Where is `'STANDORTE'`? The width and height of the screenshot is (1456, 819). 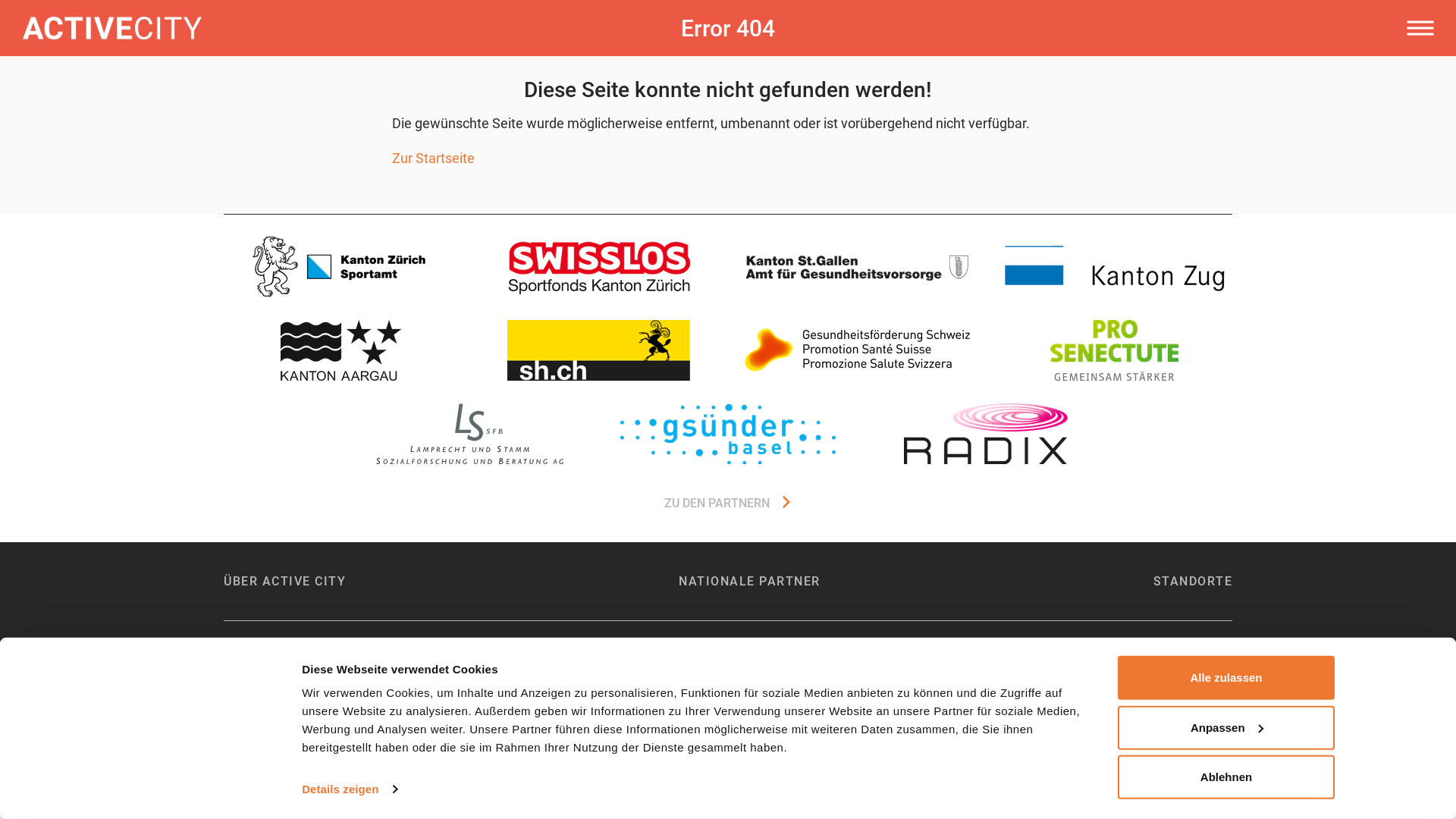 'STANDORTE' is located at coordinates (1191, 580).